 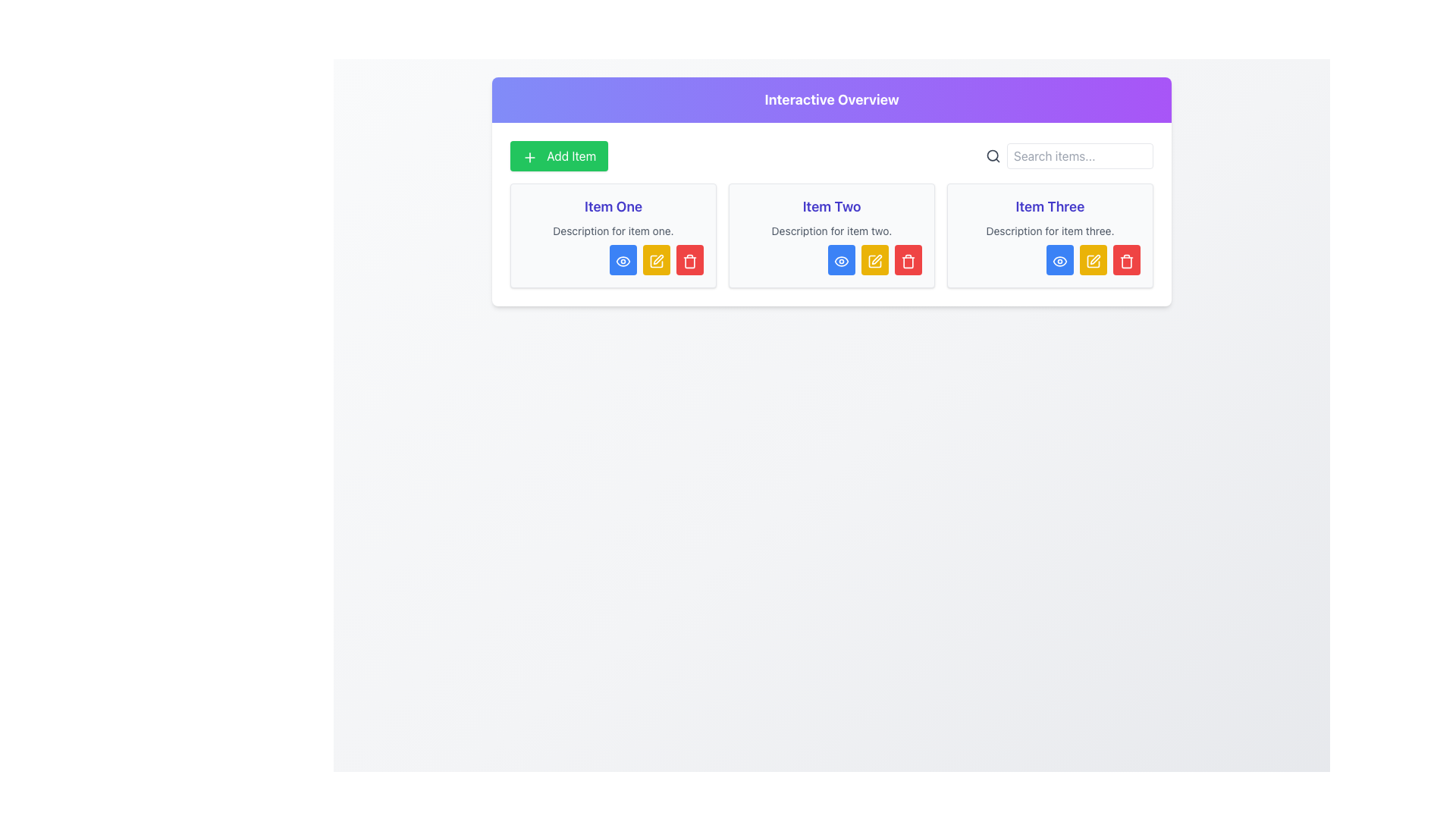 What do you see at coordinates (1068, 155) in the screenshot?
I see `the text input field with placeholder 'Search items...' to focus and enter text` at bounding box center [1068, 155].